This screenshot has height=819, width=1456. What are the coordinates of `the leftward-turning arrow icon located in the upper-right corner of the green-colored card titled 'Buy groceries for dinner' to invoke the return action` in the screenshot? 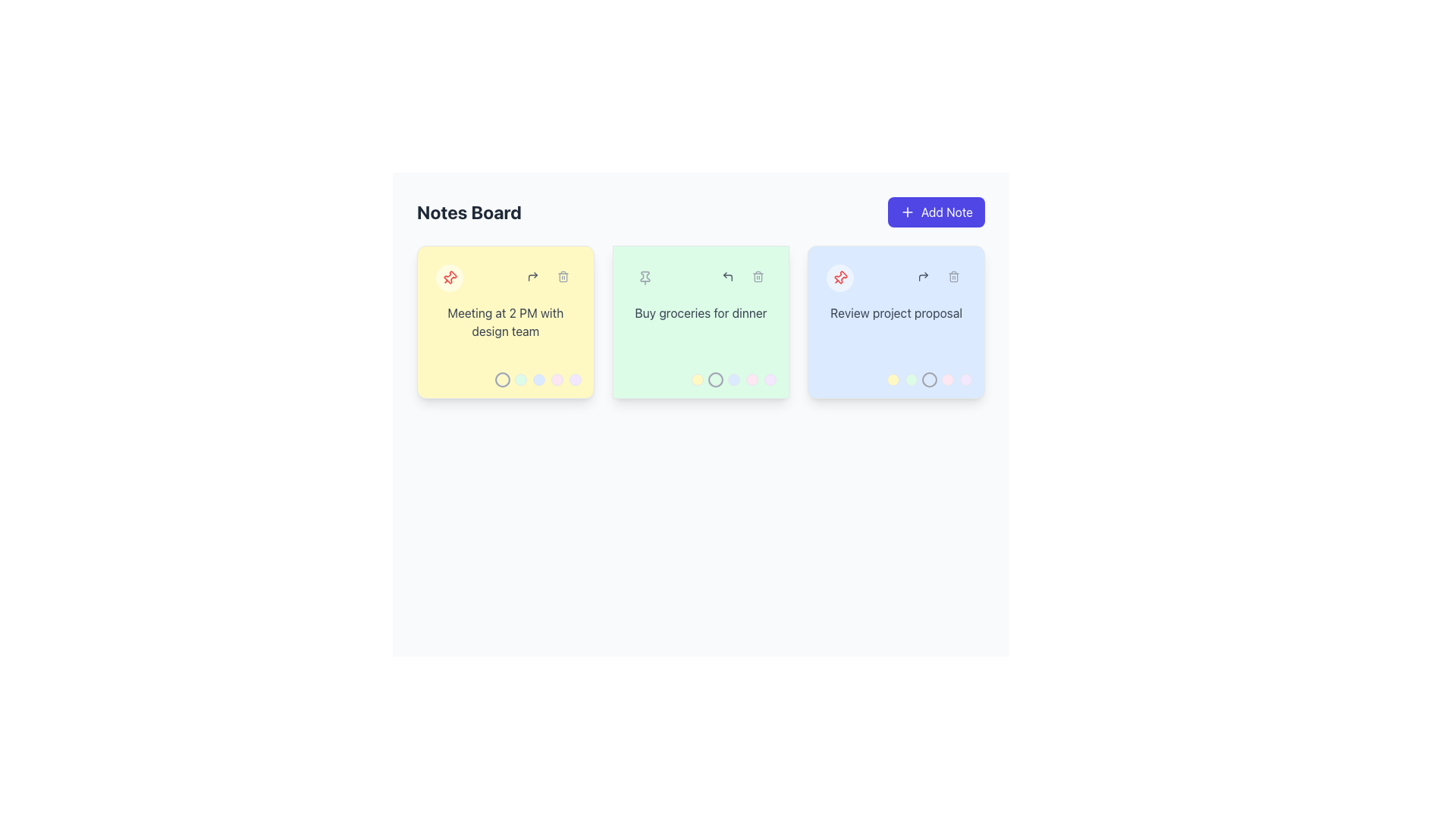 It's located at (728, 277).